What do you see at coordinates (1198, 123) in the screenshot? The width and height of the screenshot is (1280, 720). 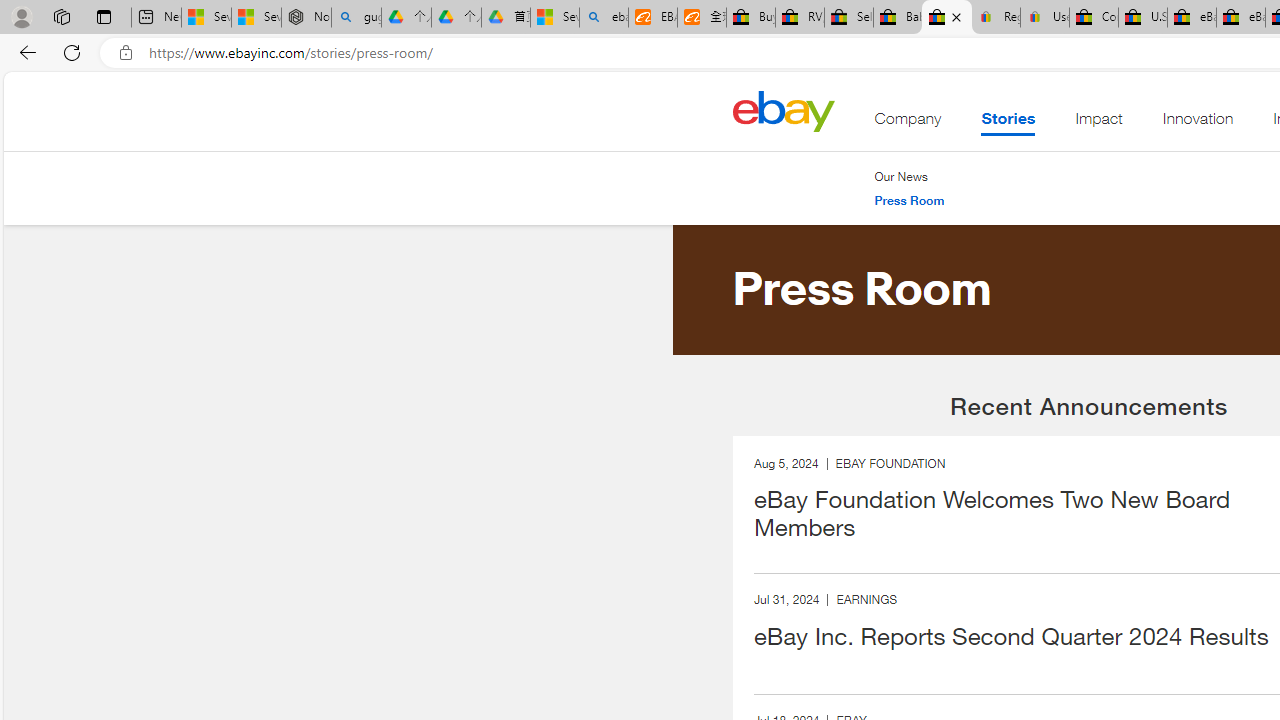 I see `'Innovation'` at bounding box center [1198, 123].